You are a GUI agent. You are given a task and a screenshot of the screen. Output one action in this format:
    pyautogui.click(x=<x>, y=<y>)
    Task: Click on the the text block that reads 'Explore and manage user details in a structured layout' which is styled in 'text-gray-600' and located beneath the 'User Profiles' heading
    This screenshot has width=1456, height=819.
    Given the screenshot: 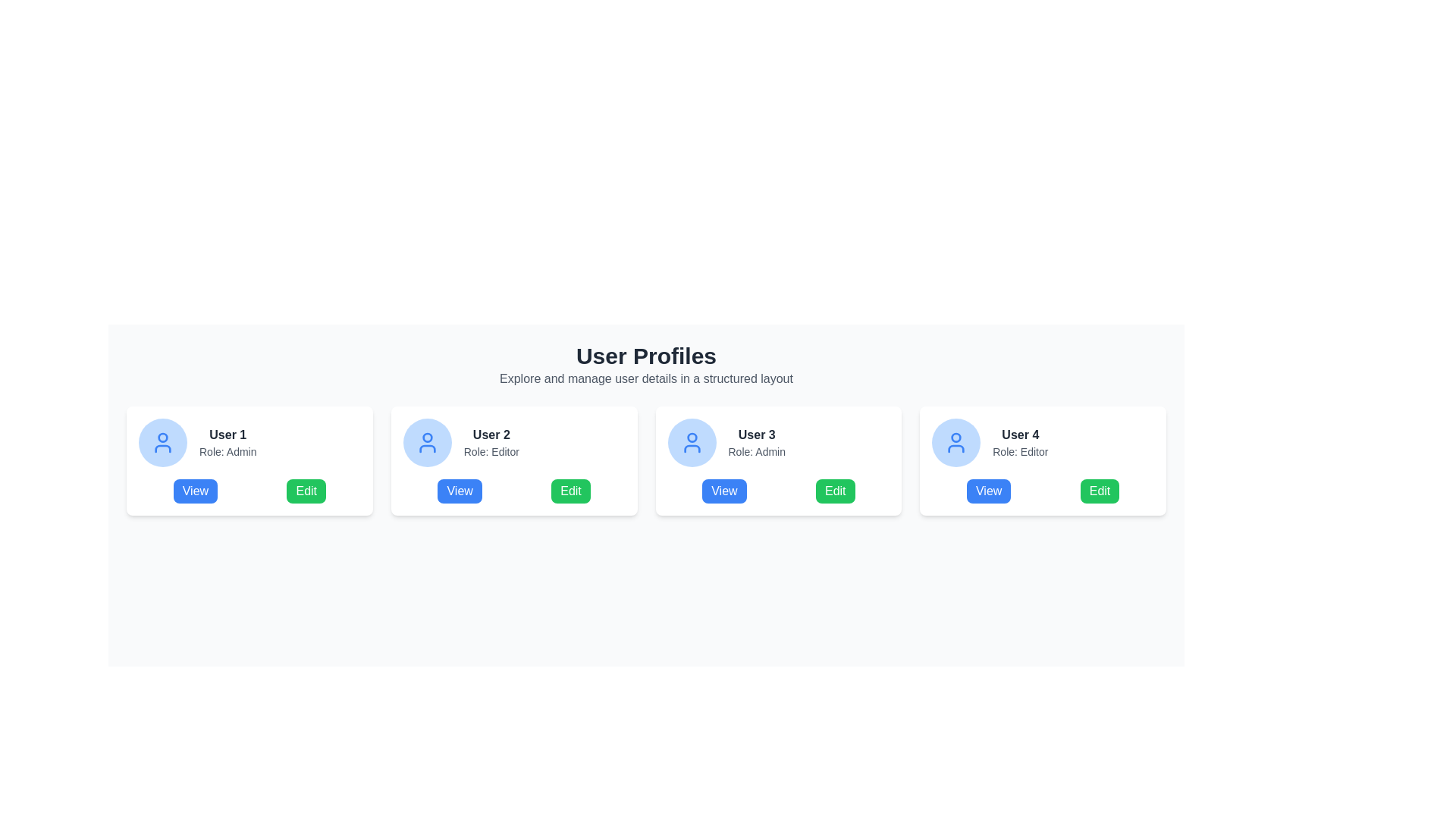 What is the action you would take?
    pyautogui.click(x=646, y=378)
    